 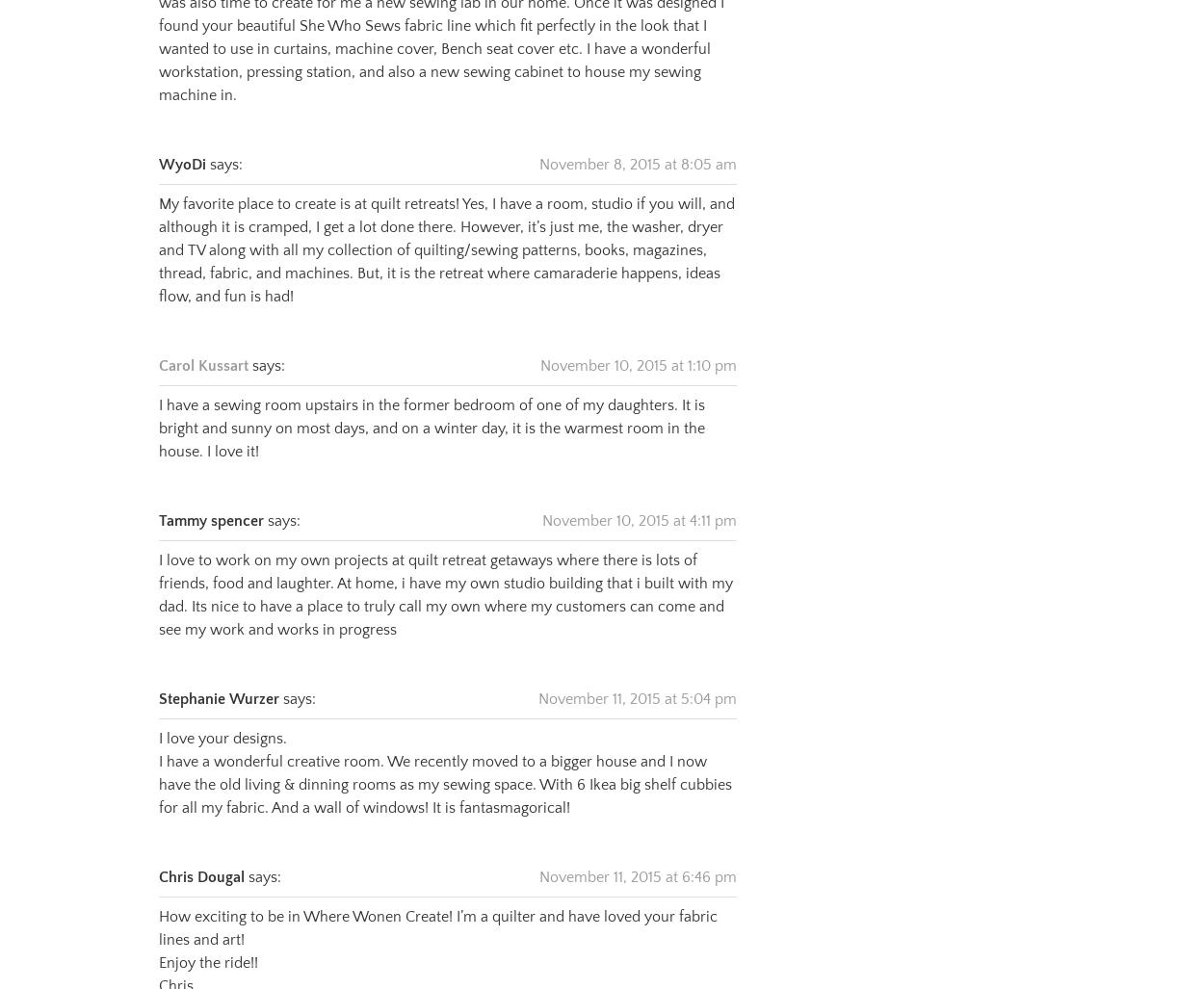 I want to click on 'My favorite place to create is at quilt retreats!  Yes, I have a room, studio if you will, and although it is cramped, I get a lot done there.  However, it’s just me, the washer, dryer and TV along with all my collection of quilting/sewing patterns, books, magazines, thread, fabric, and machines.  But, it is the retreat where camaraderie happens, ideas flow, and fun is had!', so click(x=445, y=225).